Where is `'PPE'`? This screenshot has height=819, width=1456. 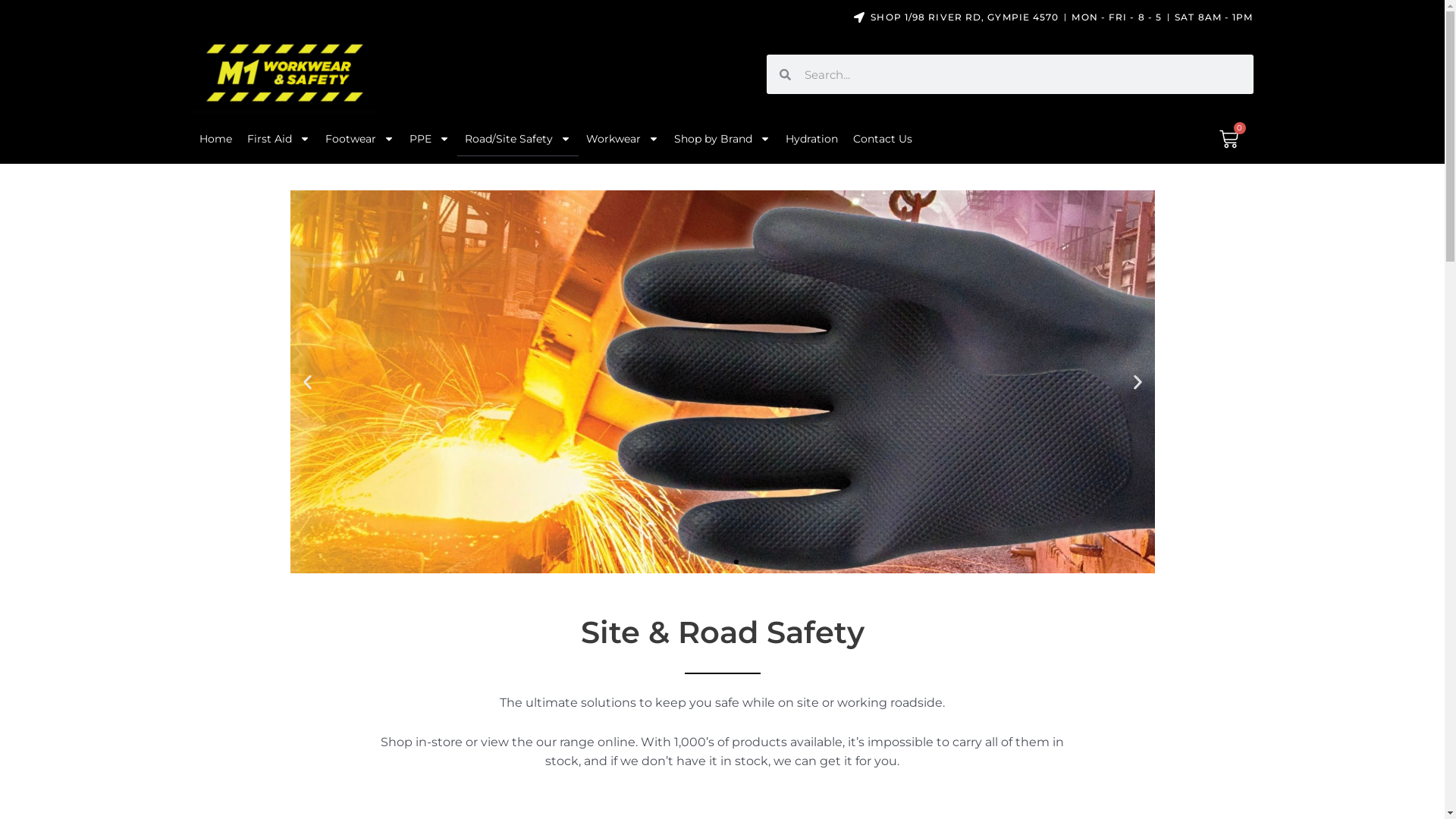
'PPE' is located at coordinates (428, 138).